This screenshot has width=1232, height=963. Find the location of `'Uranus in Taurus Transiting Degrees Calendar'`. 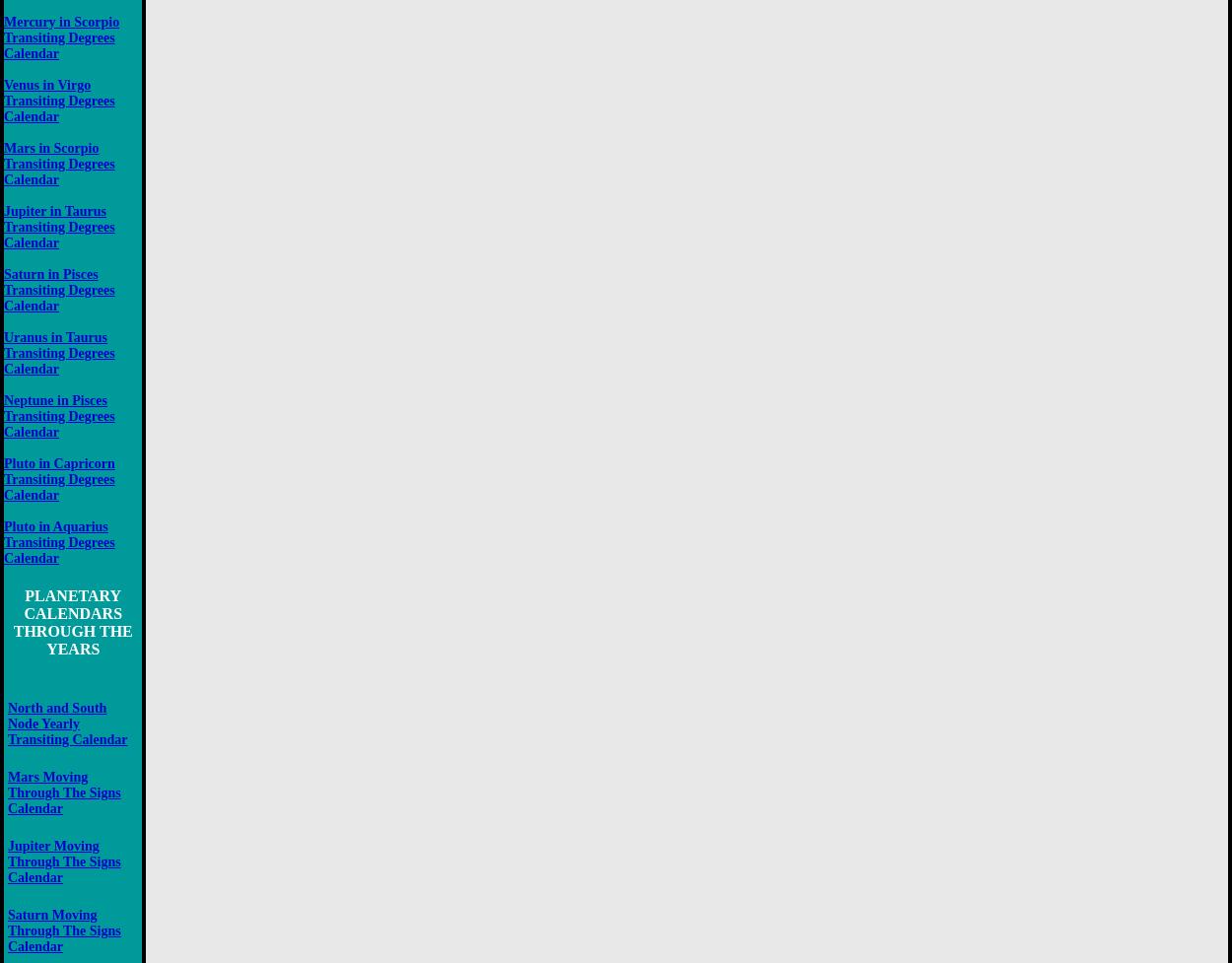

'Uranus in Taurus Transiting Degrees Calendar' is located at coordinates (59, 352).